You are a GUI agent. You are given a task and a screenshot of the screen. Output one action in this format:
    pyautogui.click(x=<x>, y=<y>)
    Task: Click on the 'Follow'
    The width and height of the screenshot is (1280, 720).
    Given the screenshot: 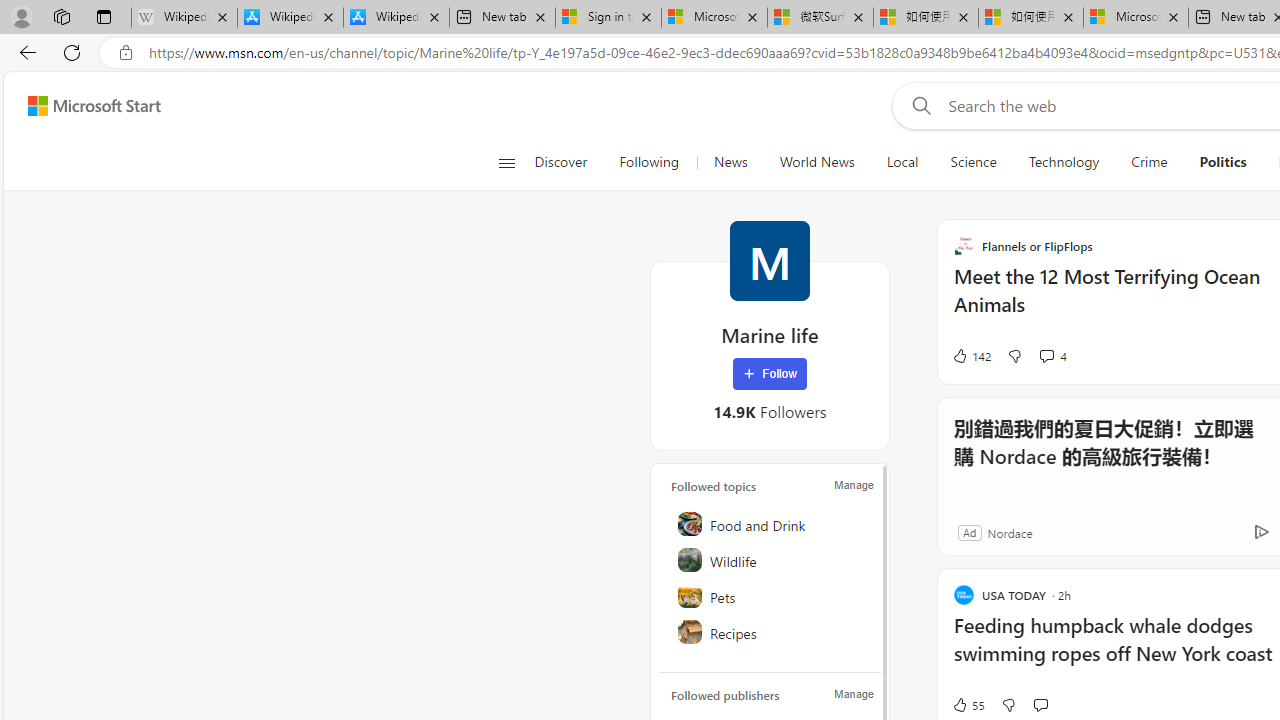 What is the action you would take?
    pyautogui.click(x=768, y=374)
    